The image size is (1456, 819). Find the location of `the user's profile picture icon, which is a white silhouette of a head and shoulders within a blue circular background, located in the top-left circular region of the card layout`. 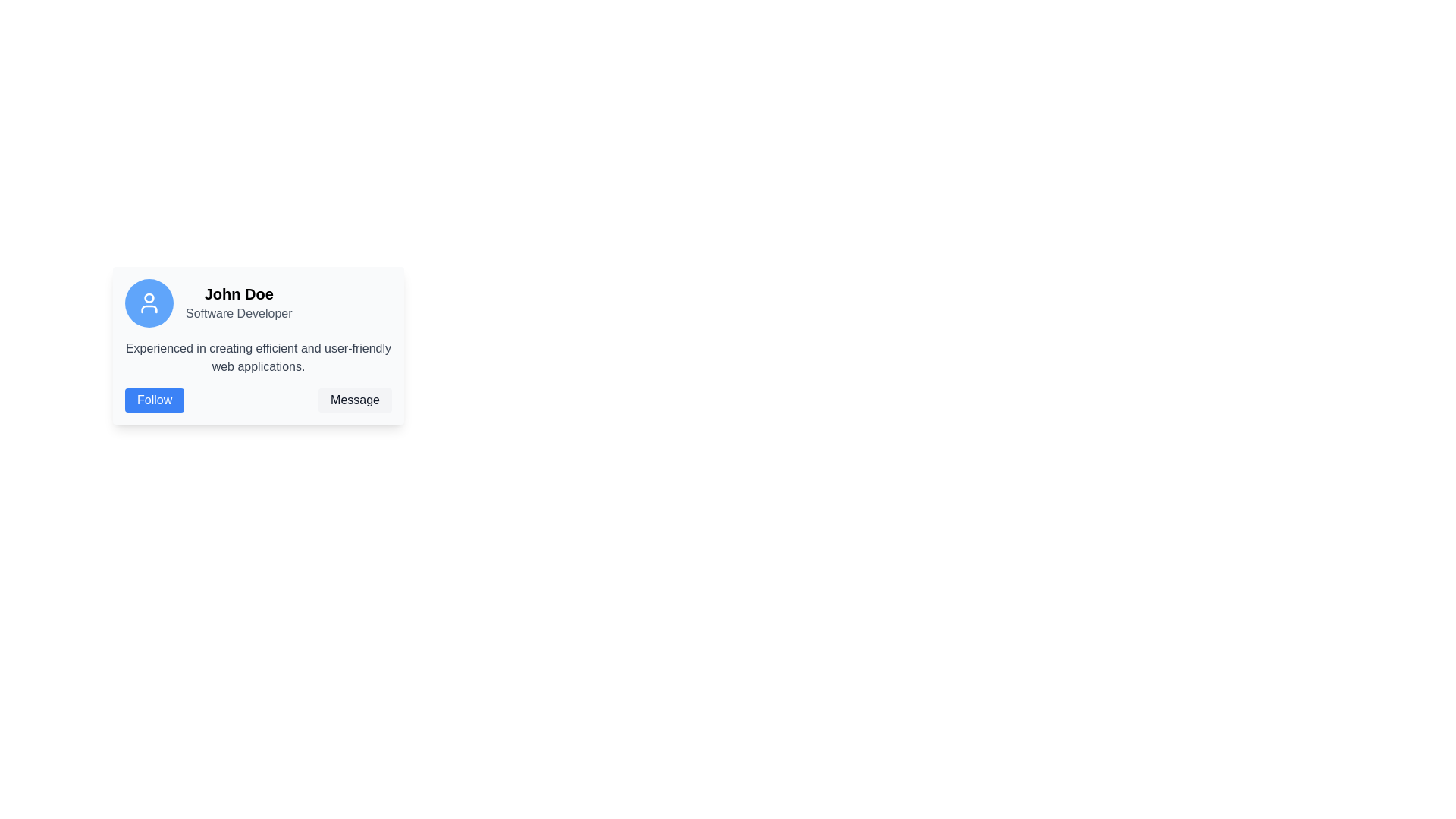

the user's profile picture icon, which is a white silhouette of a head and shoulders within a blue circular background, located in the top-left circular region of the card layout is located at coordinates (149, 303).